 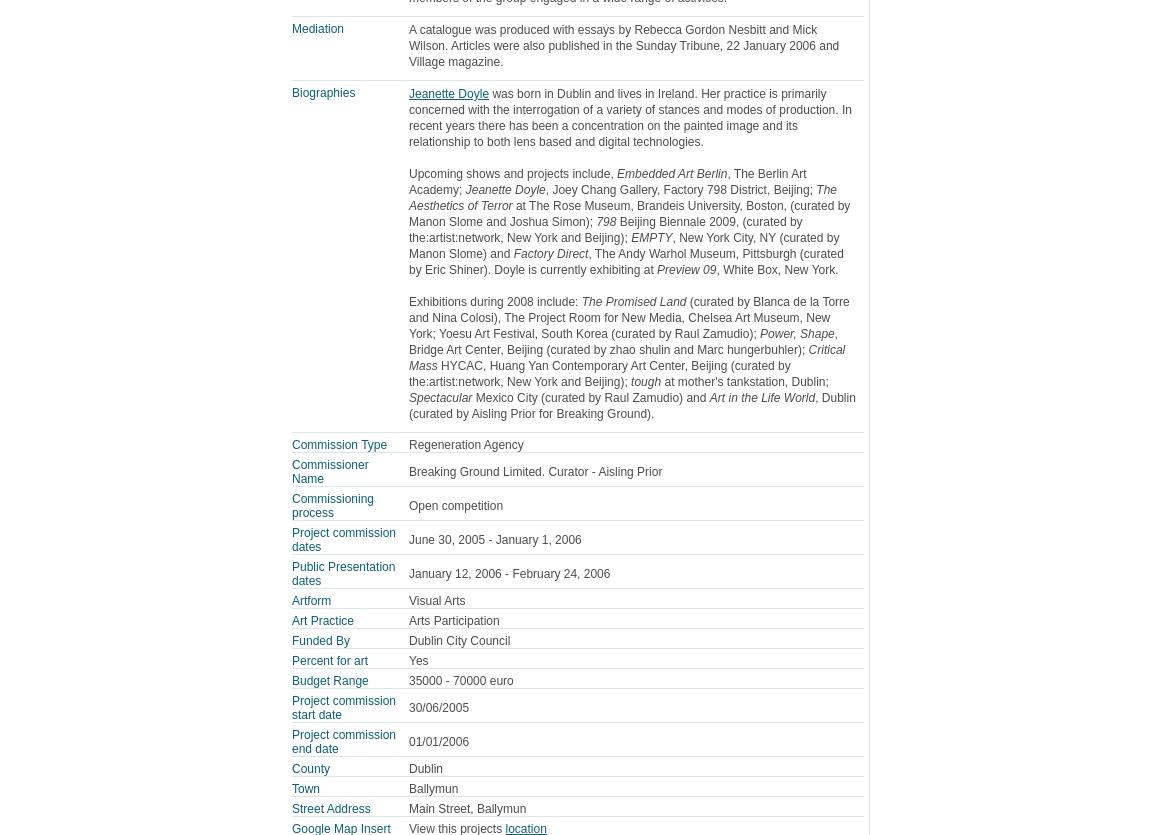 What do you see at coordinates (622, 245) in the screenshot?
I see `', New York City, NY (curated by Manon Slome) and'` at bounding box center [622, 245].